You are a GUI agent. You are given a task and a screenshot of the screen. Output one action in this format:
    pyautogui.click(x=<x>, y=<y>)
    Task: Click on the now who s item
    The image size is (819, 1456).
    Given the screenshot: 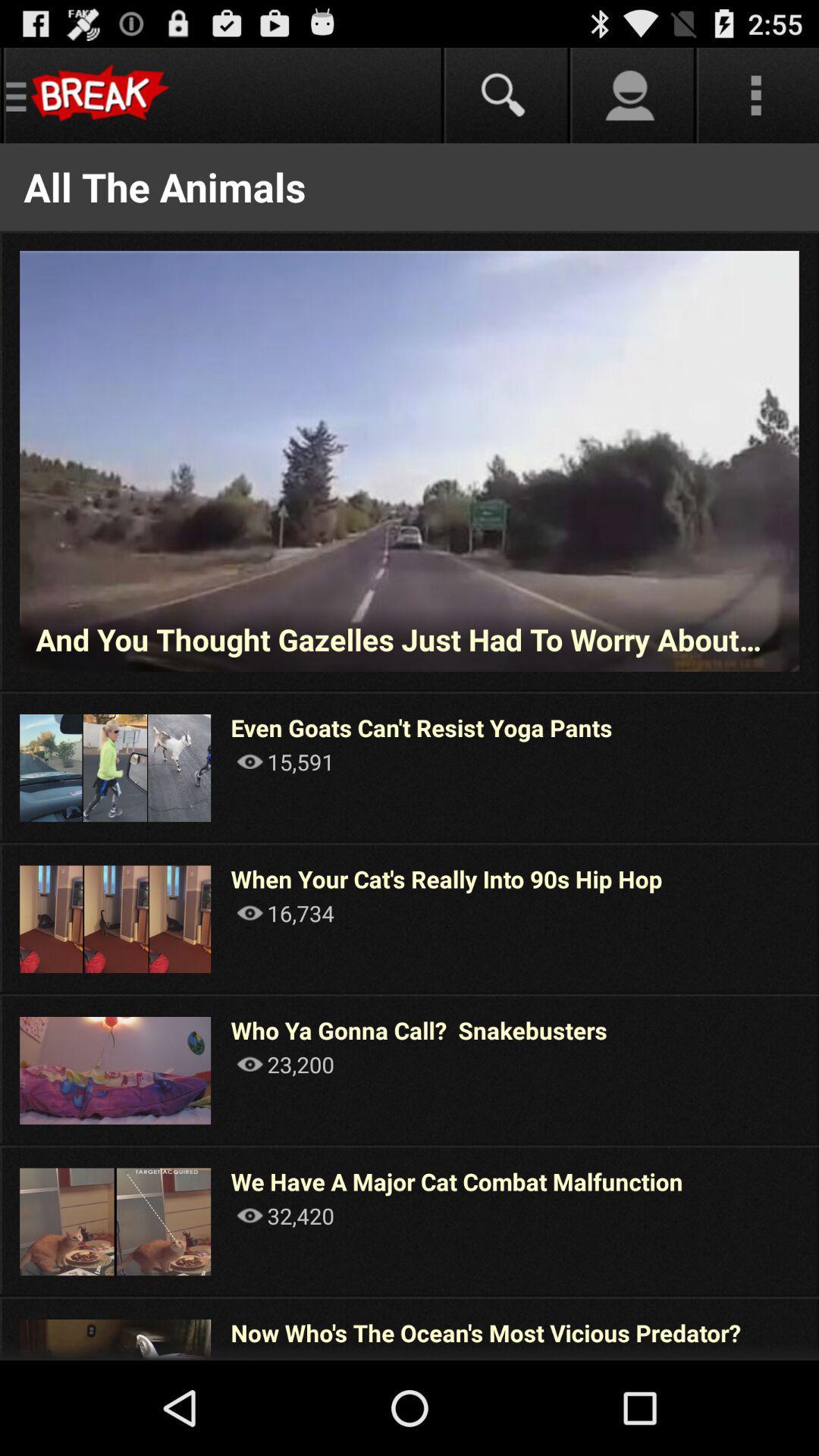 What is the action you would take?
    pyautogui.click(x=485, y=1332)
    